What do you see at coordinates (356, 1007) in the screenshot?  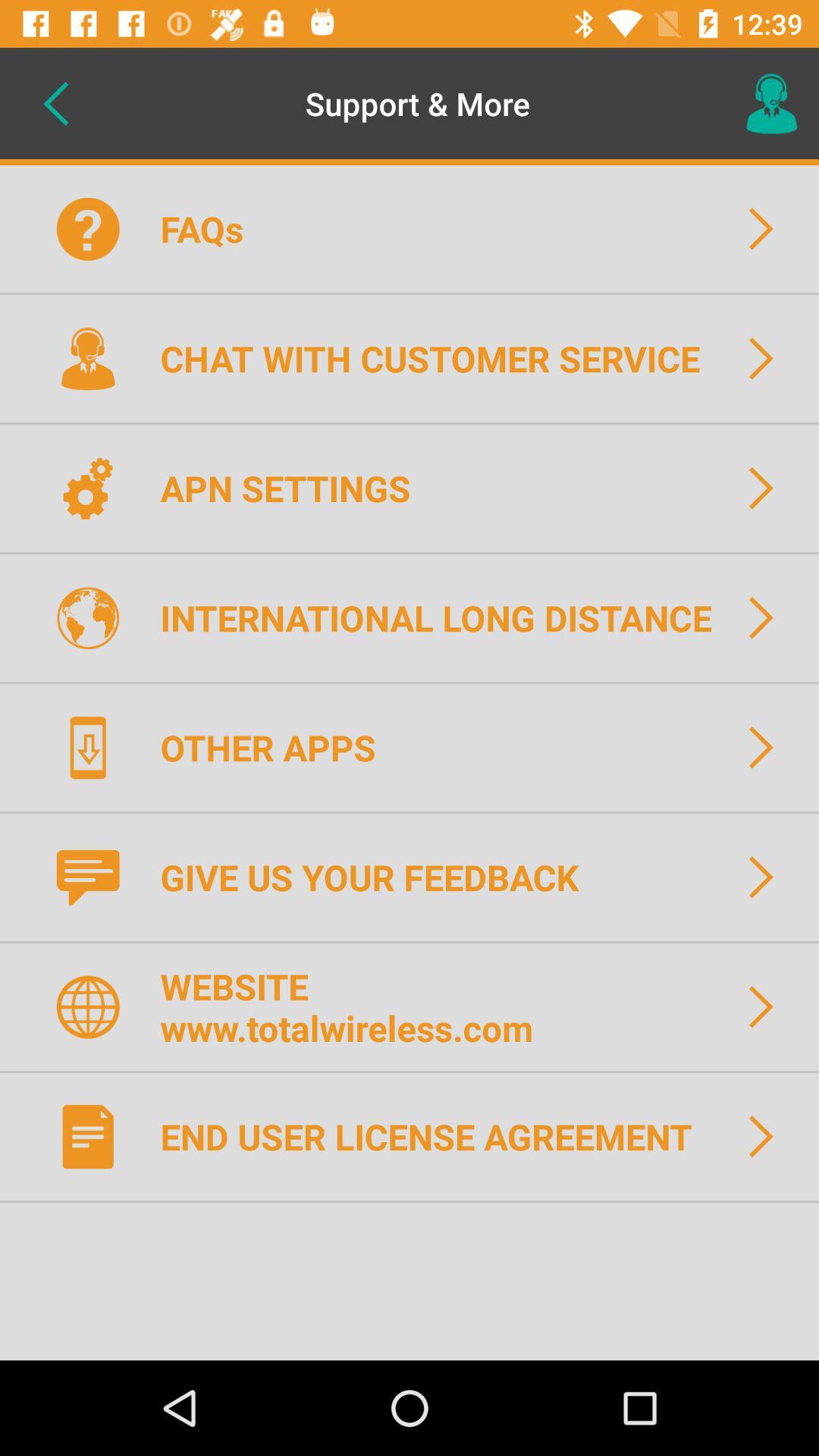 I see `the website www totalwireless item` at bounding box center [356, 1007].